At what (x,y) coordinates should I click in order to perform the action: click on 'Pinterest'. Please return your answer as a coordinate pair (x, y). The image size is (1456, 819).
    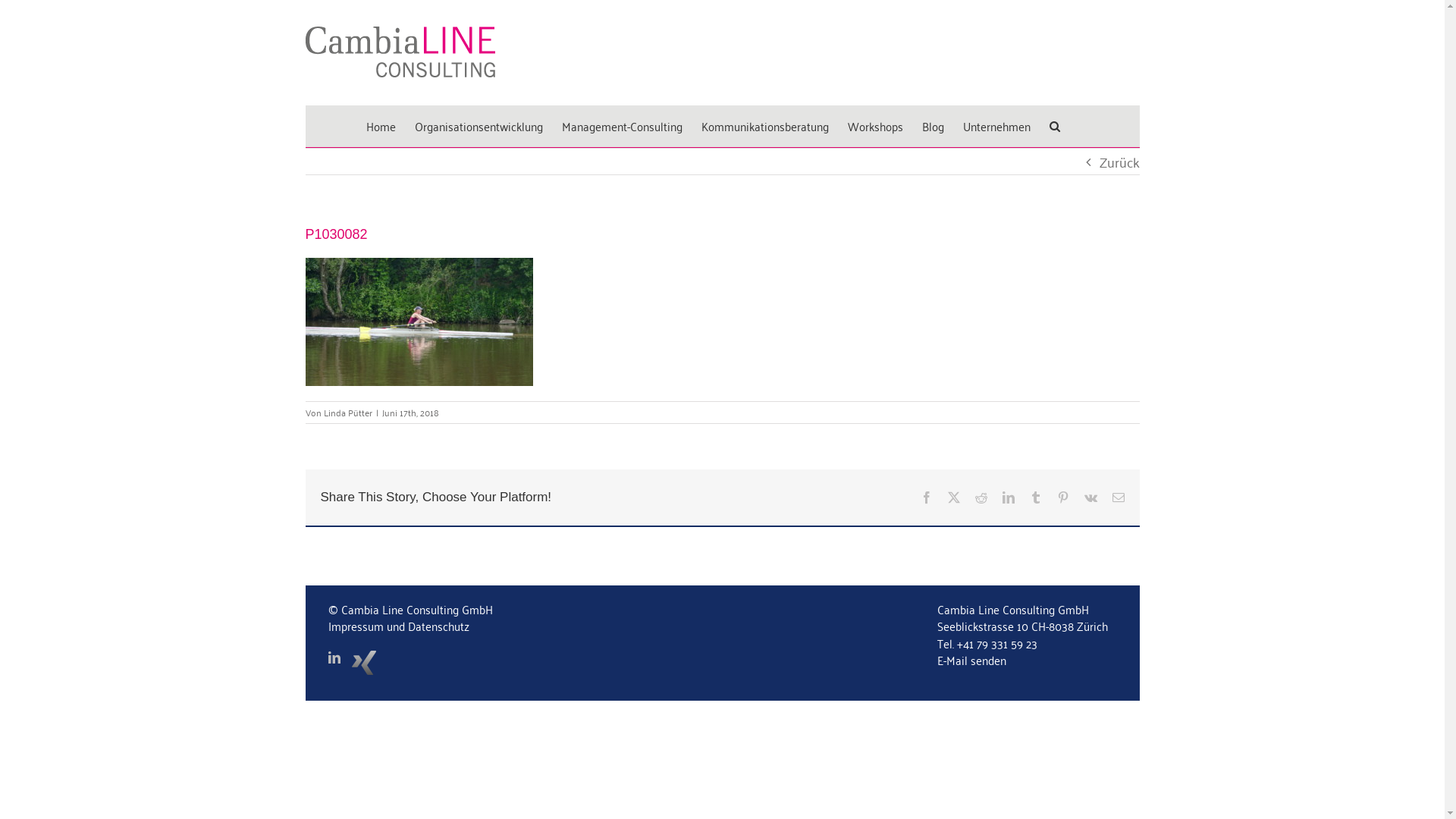
    Looking at the image, I should click on (1056, 497).